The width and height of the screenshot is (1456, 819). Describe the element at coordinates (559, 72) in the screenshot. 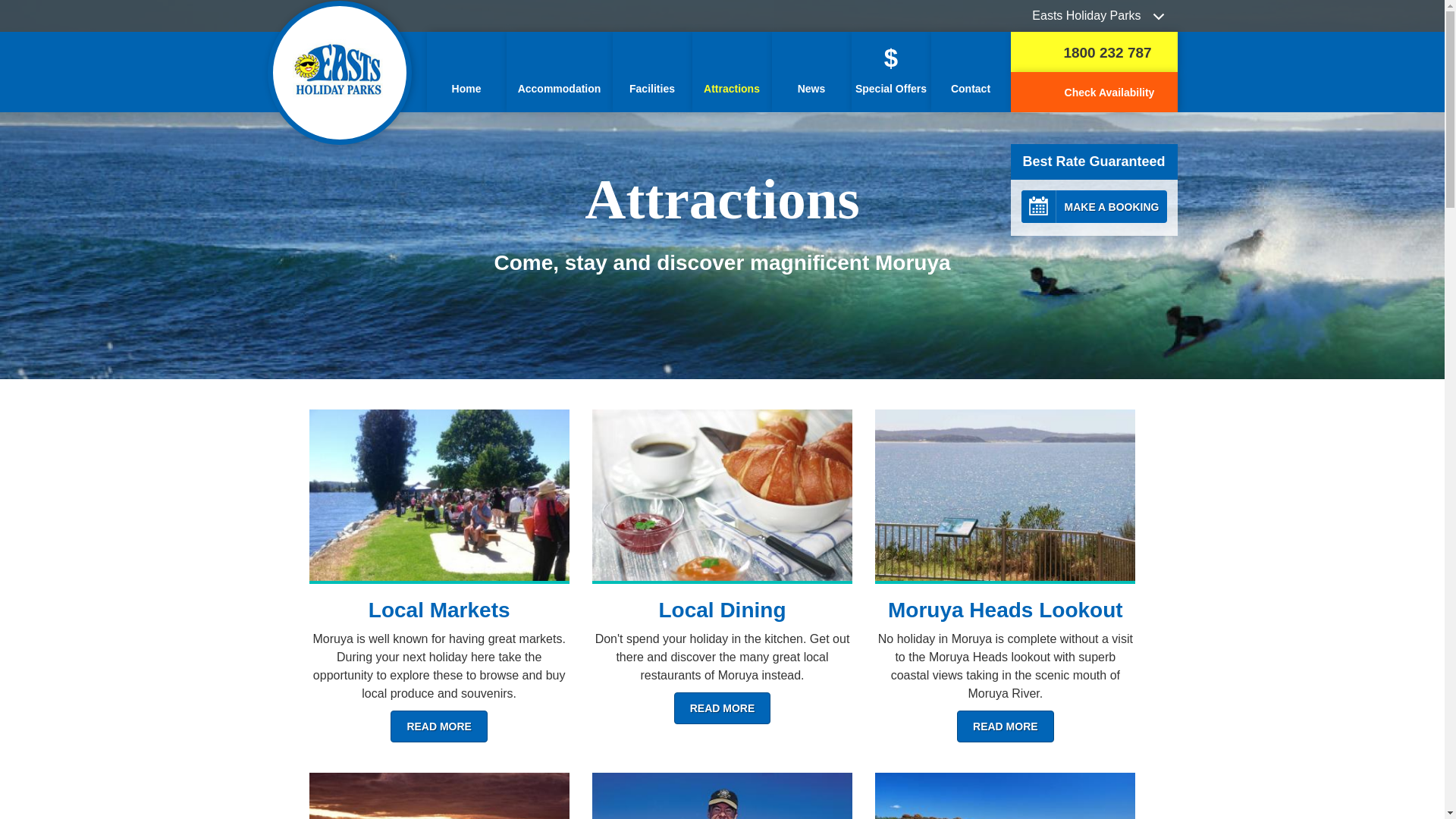

I see `'Accommodation'` at that location.